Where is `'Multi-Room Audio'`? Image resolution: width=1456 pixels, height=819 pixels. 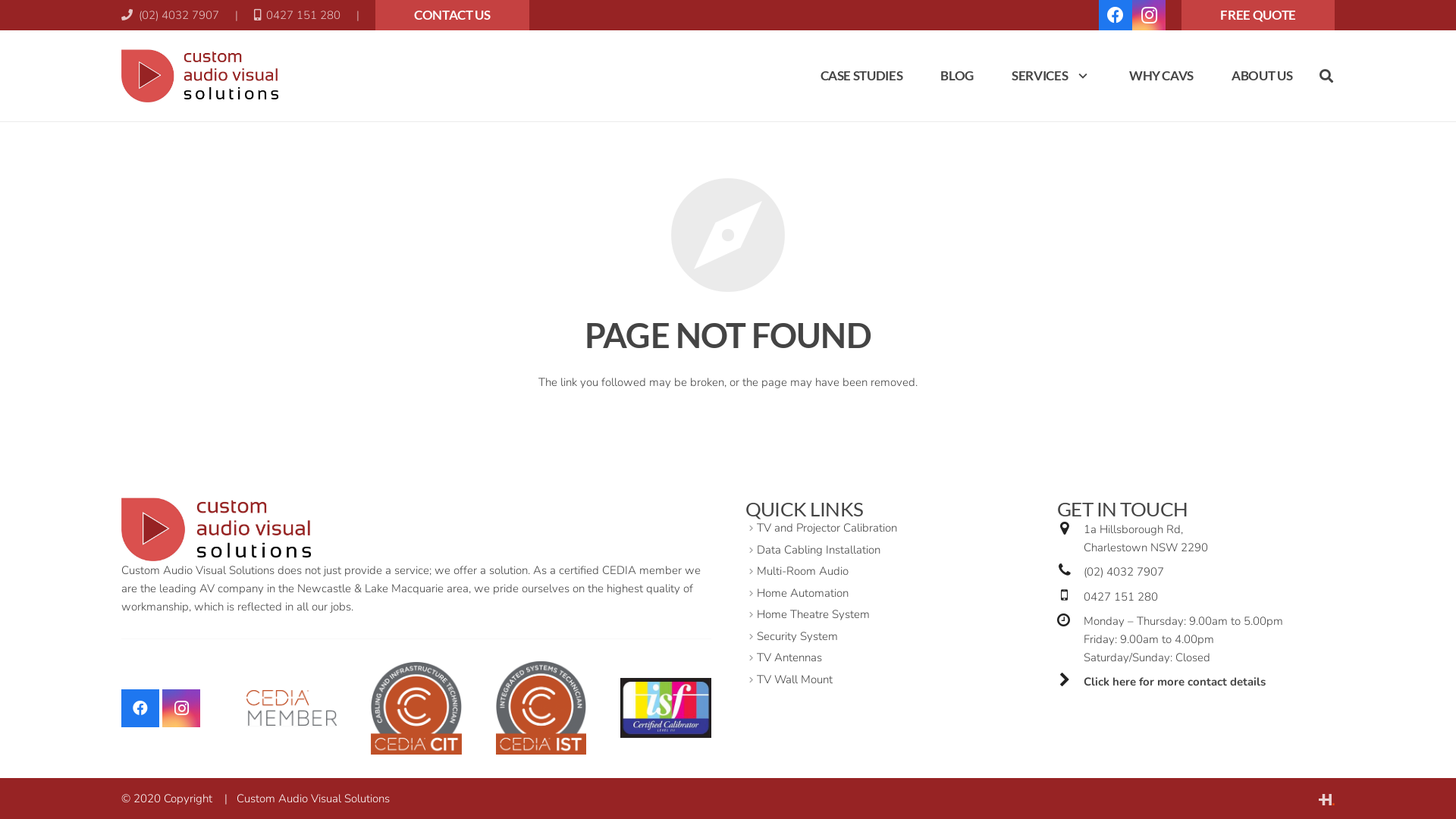
'Multi-Room Audio' is located at coordinates (802, 571).